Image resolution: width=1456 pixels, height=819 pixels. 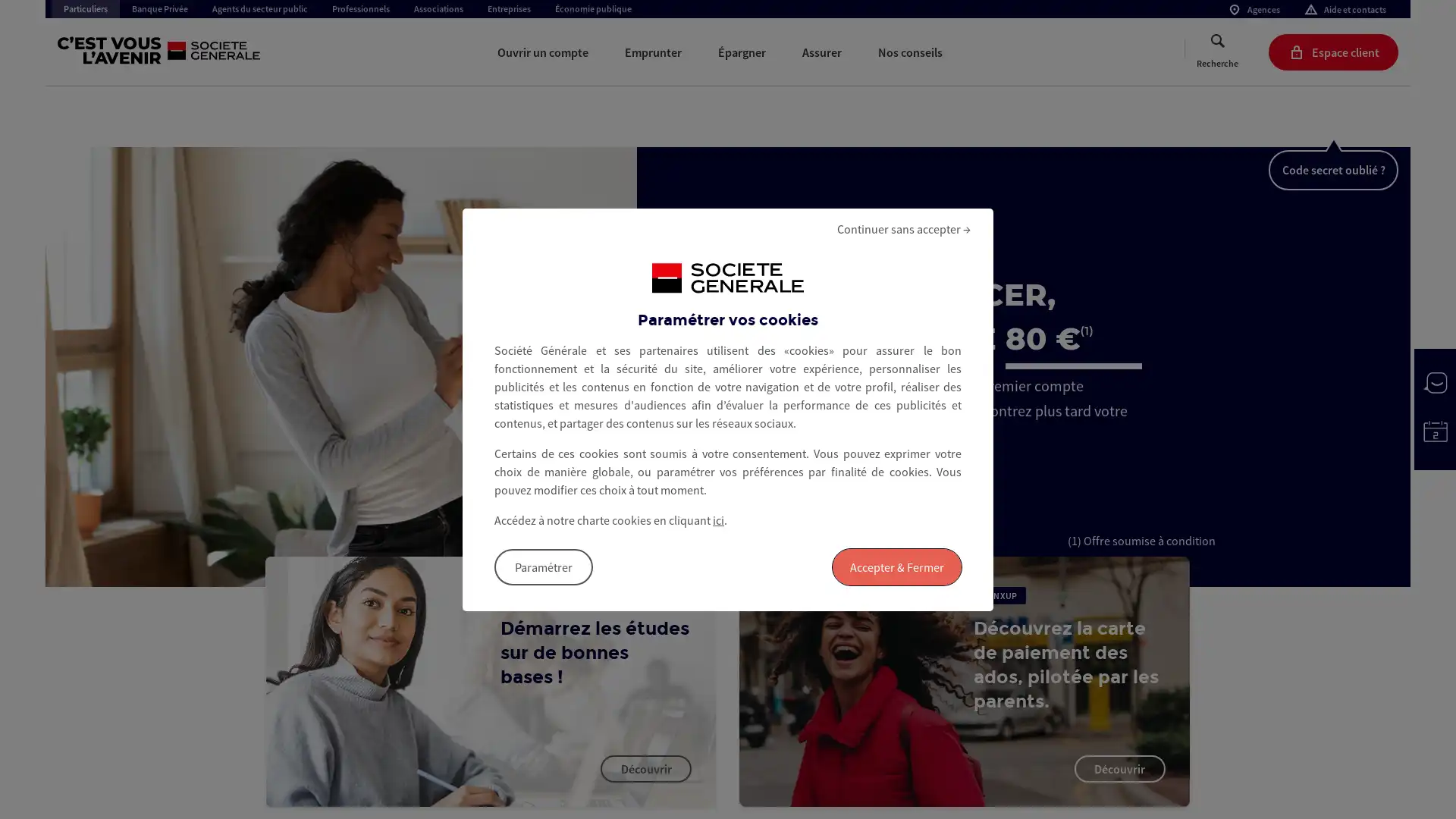 What do you see at coordinates (543, 566) in the screenshot?
I see `Parametrer` at bounding box center [543, 566].